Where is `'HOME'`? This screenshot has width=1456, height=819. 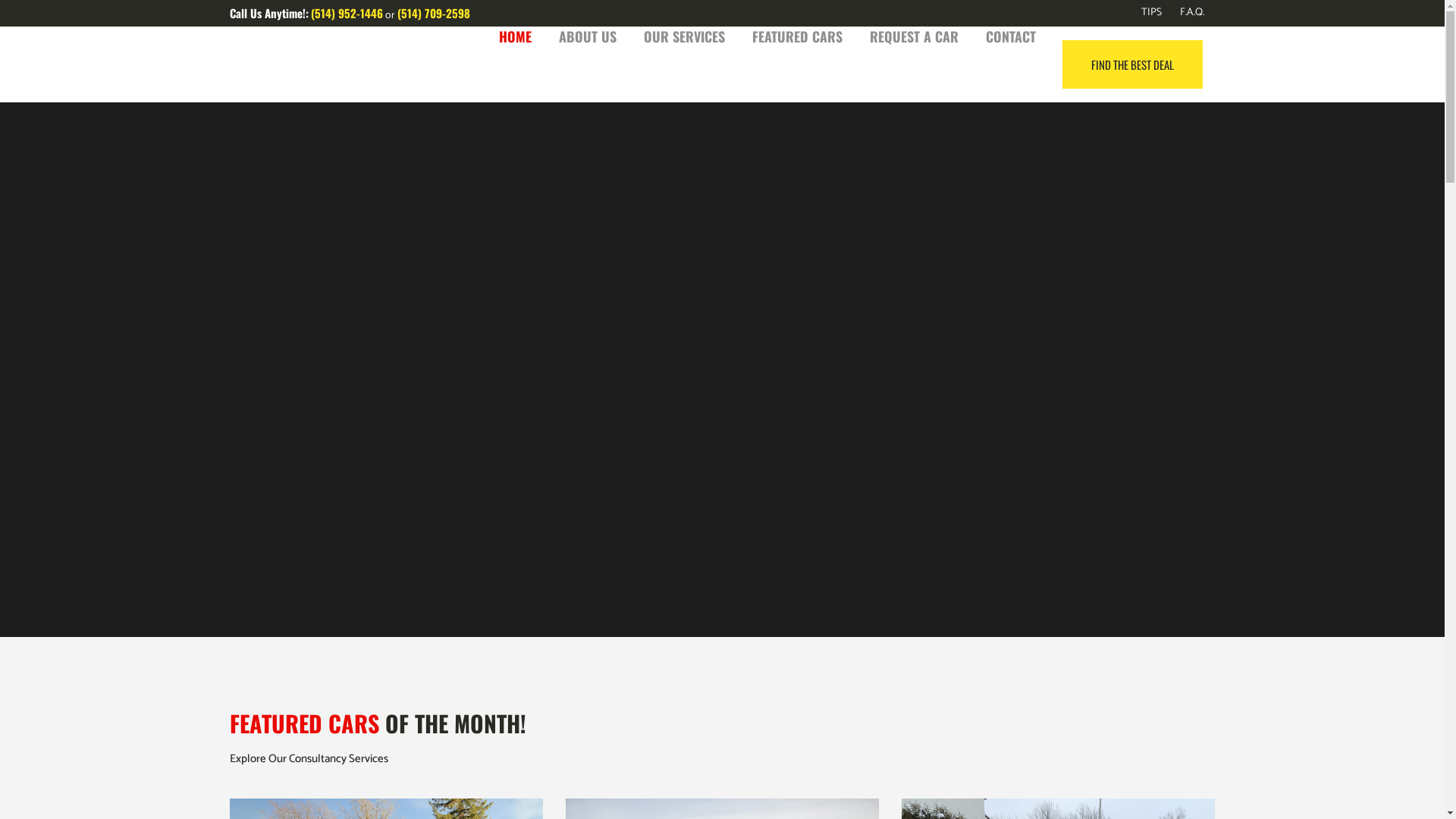 'HOME' is located at coordinates (515, 35).